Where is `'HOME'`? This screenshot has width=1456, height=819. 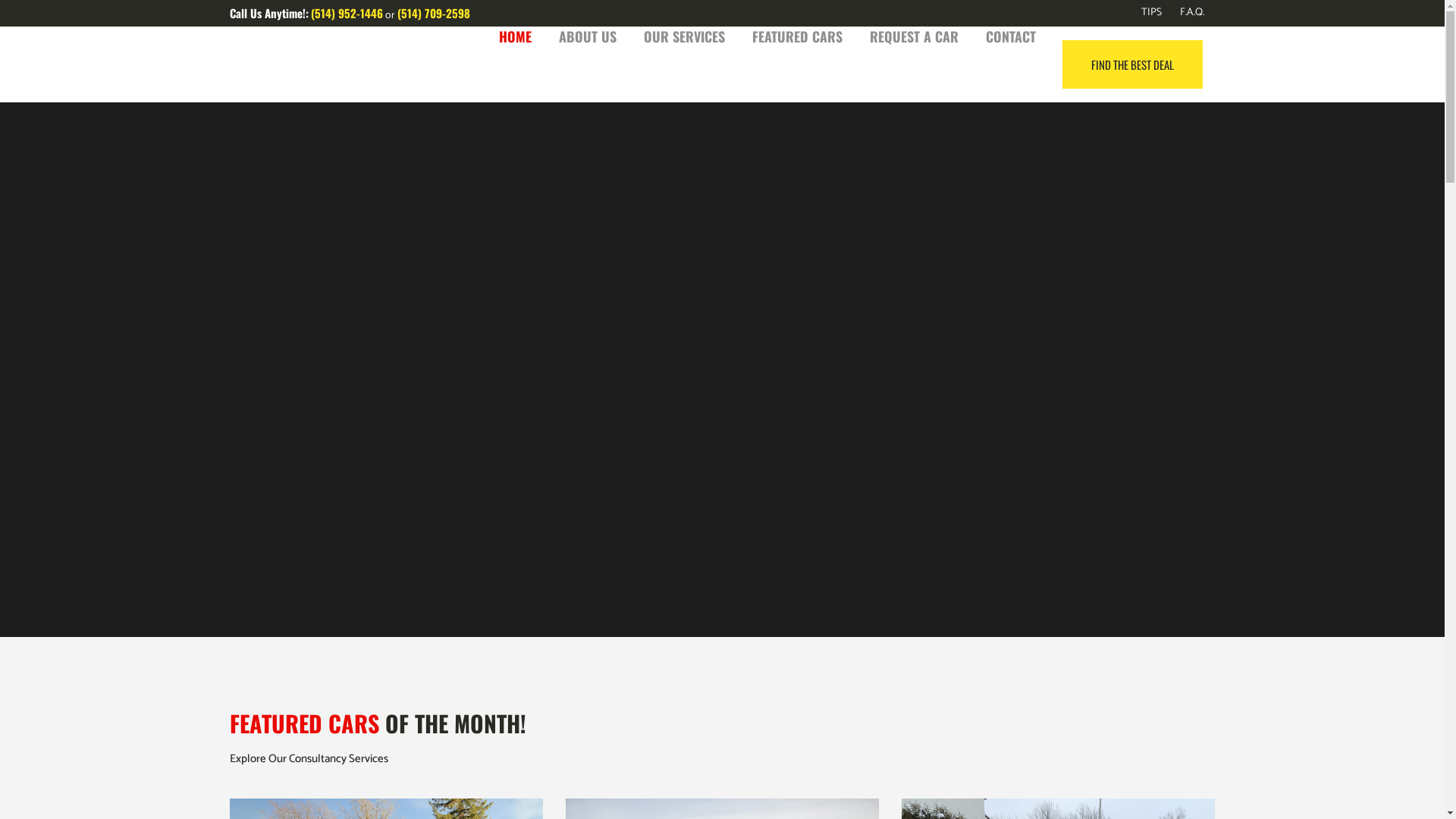 'HOME' is located at coordinates (515, 35).